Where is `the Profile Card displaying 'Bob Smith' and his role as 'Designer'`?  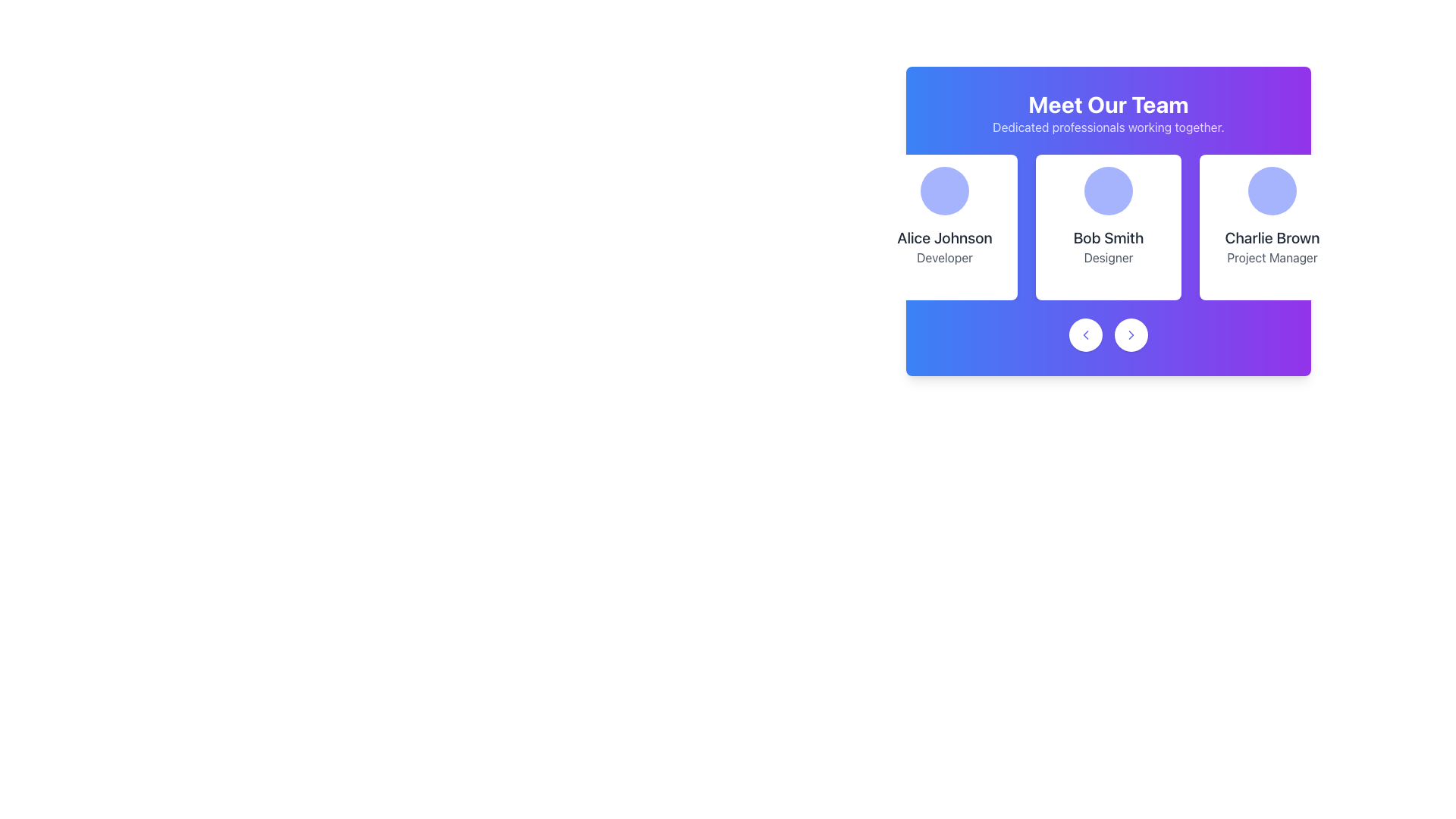
the Profile Card displaying 'Bob Smith' and his role as 'Designer' is located at coordinates (1109, 227).